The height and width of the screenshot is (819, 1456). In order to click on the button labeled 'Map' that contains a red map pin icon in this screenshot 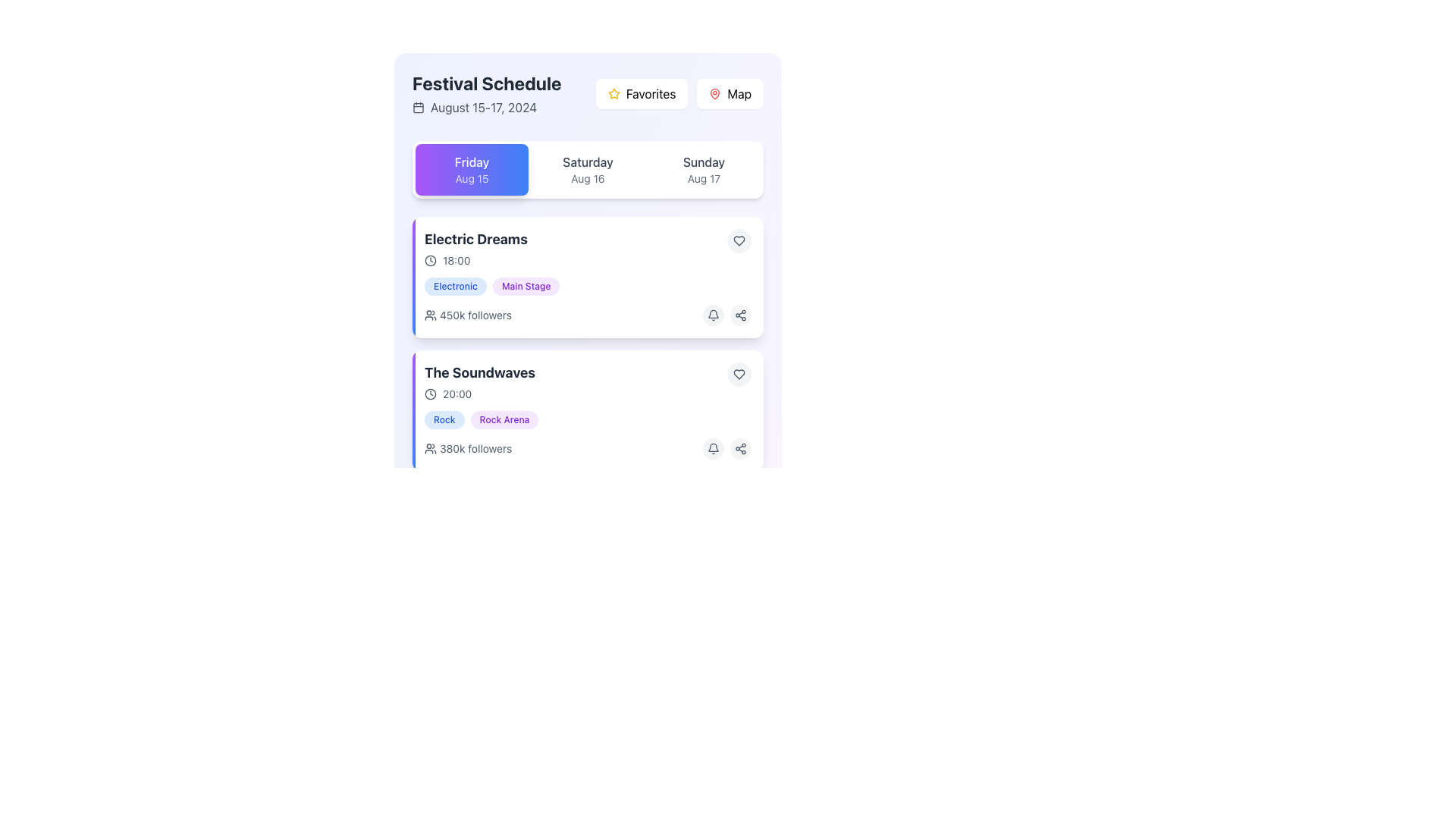, I will do `click(714, 93)`.